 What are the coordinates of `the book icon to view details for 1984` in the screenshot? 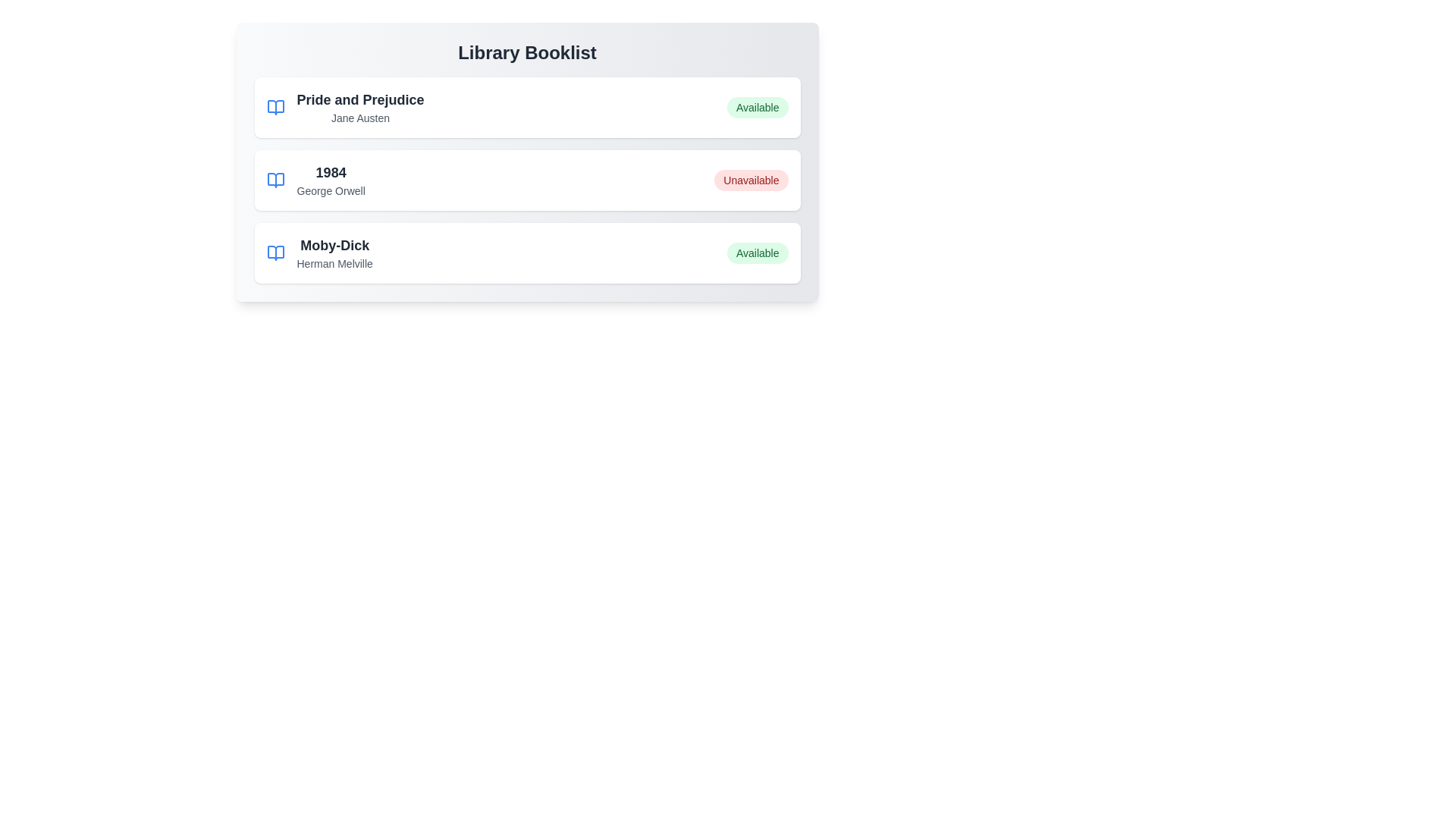 It's located at (275, 180).